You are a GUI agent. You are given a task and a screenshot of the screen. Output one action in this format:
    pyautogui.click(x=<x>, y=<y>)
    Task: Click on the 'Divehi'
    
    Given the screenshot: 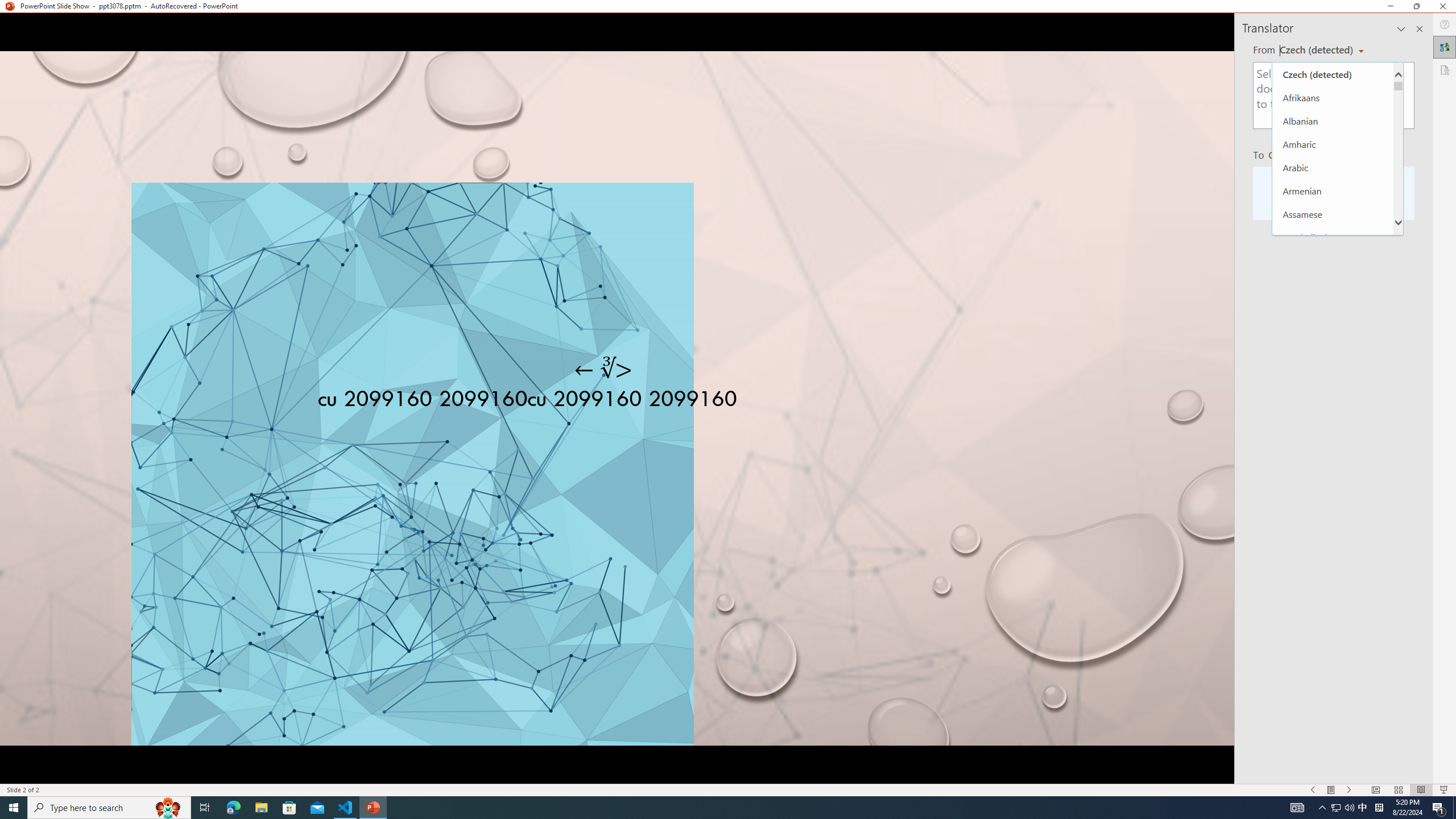 What is the action you would take?
    pyautogui.click(x=1333, y=656)
    